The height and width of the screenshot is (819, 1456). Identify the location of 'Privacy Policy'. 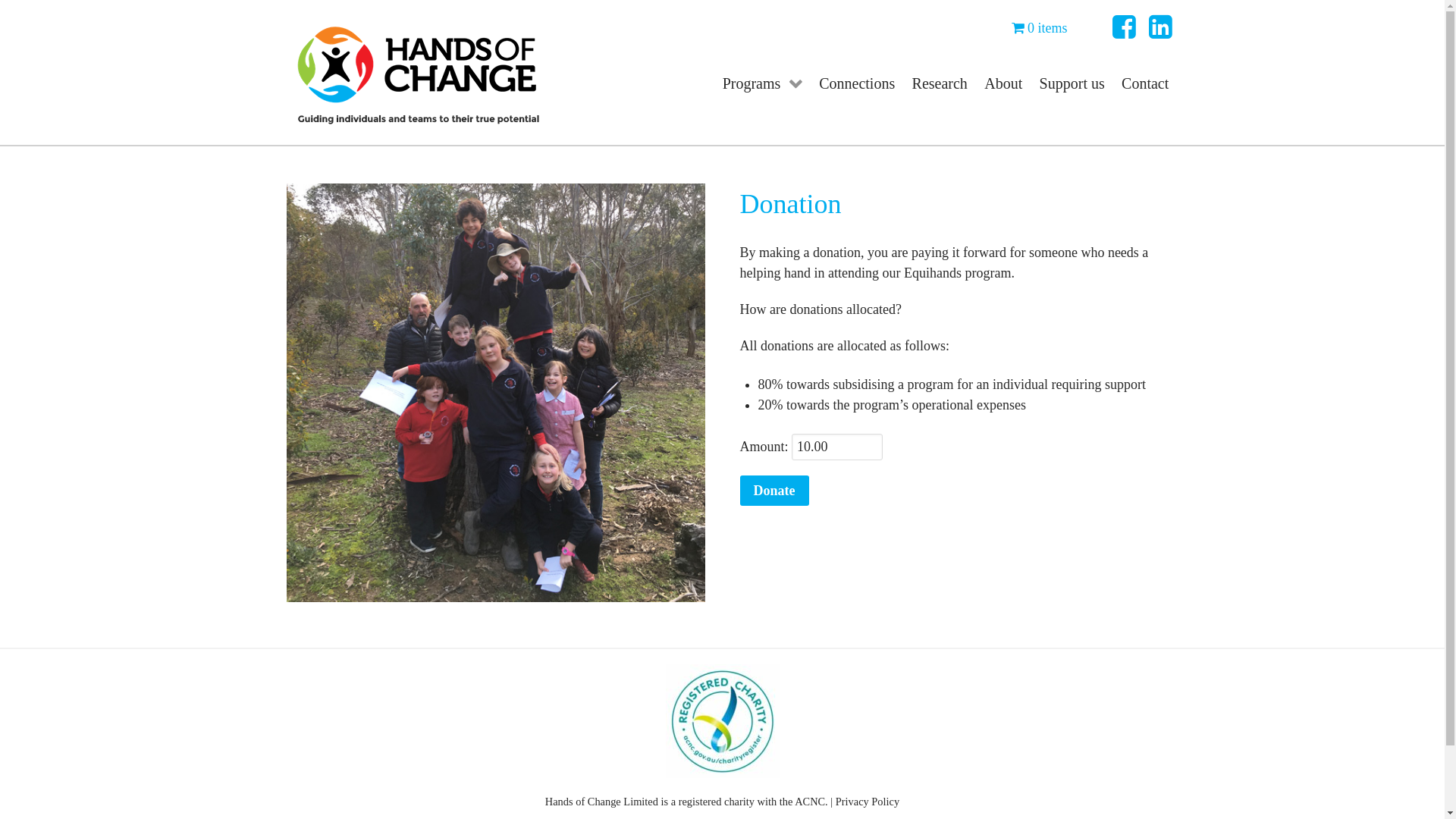
(867, 800).